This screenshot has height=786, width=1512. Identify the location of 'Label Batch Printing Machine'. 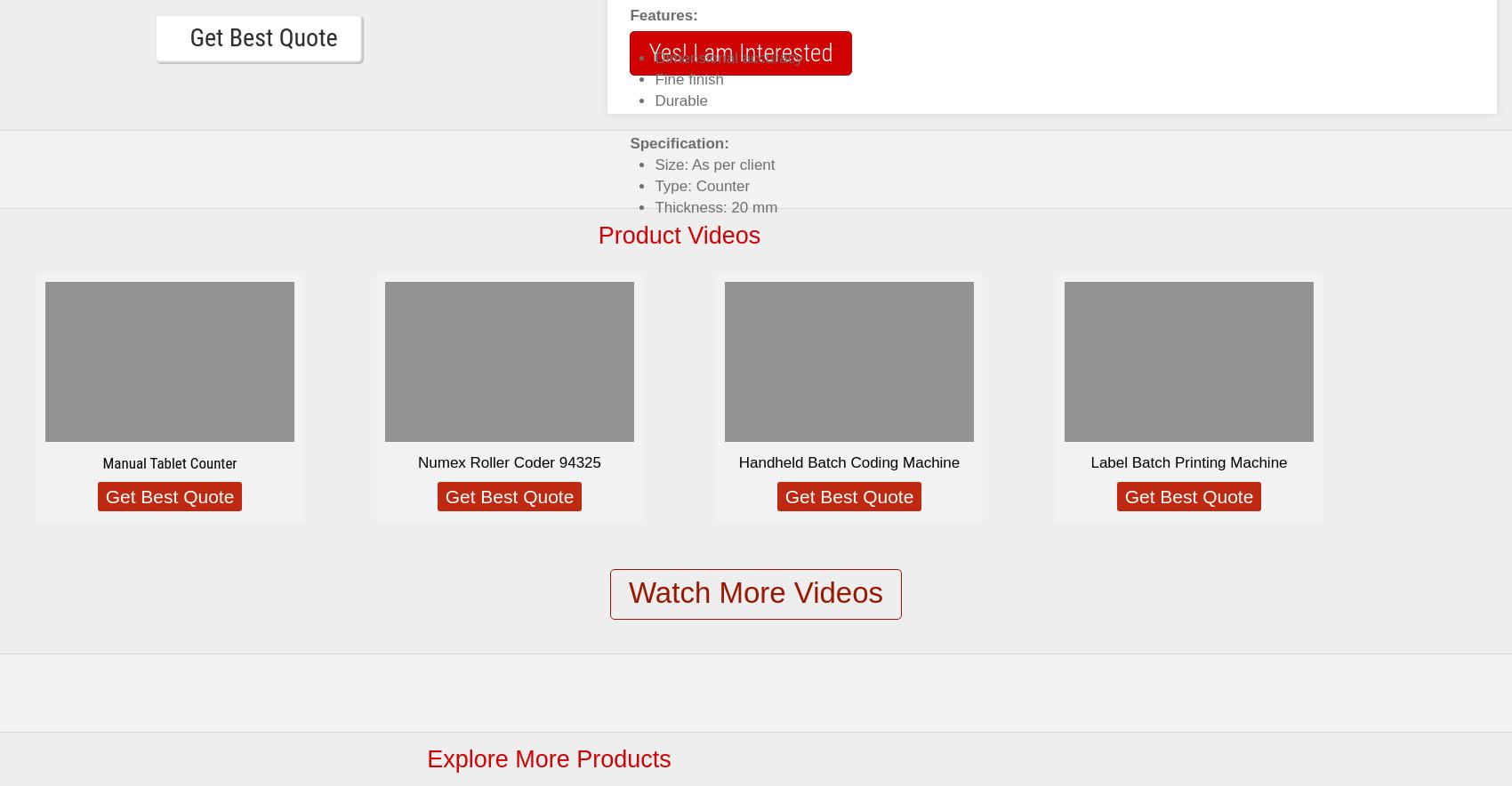
(1188, 462).